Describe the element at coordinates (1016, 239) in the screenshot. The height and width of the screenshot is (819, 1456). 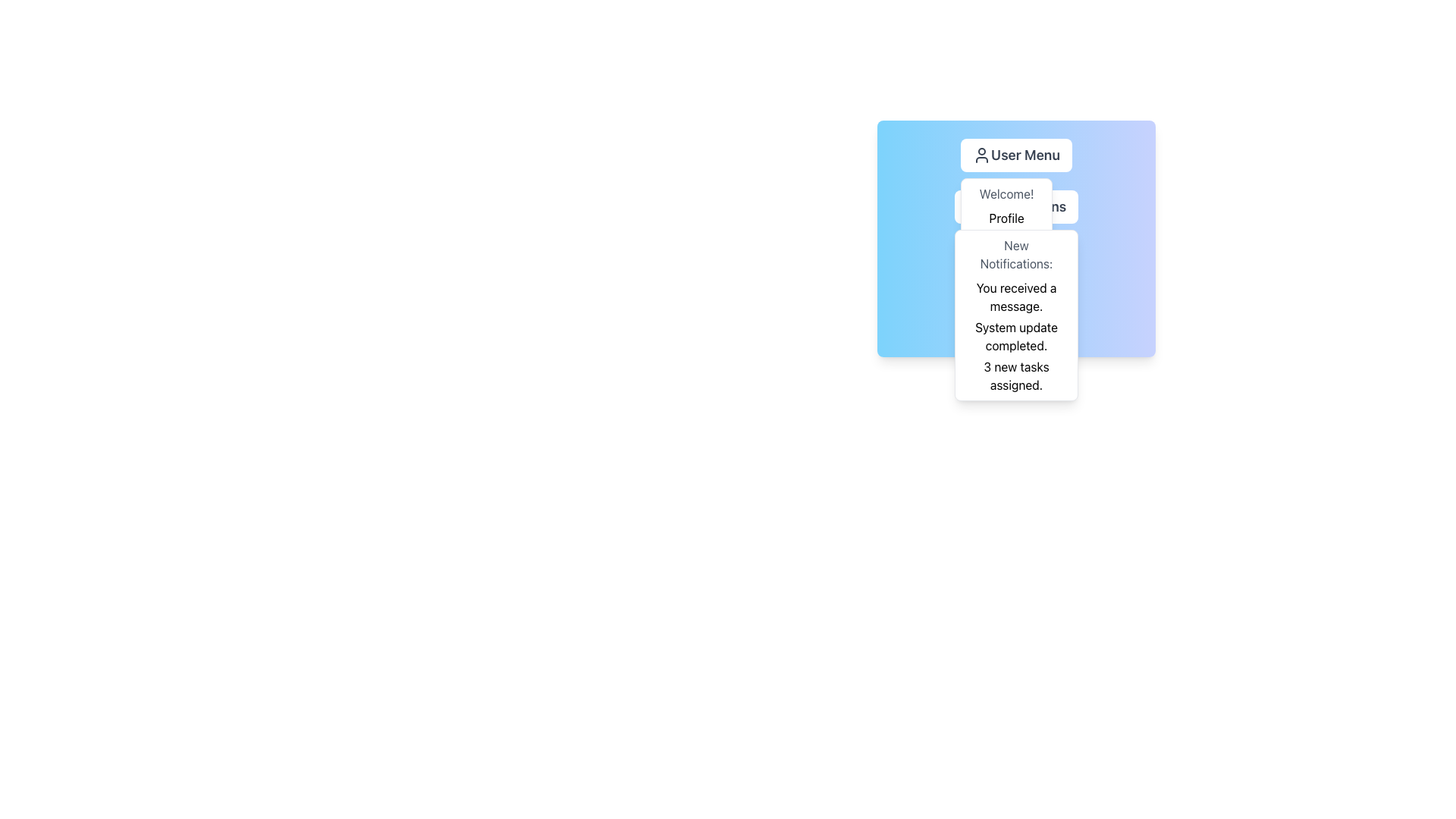
I see `the text within the Notification List located under the 'User Menu' title and above the 'Contact Support' buttons` at that location.